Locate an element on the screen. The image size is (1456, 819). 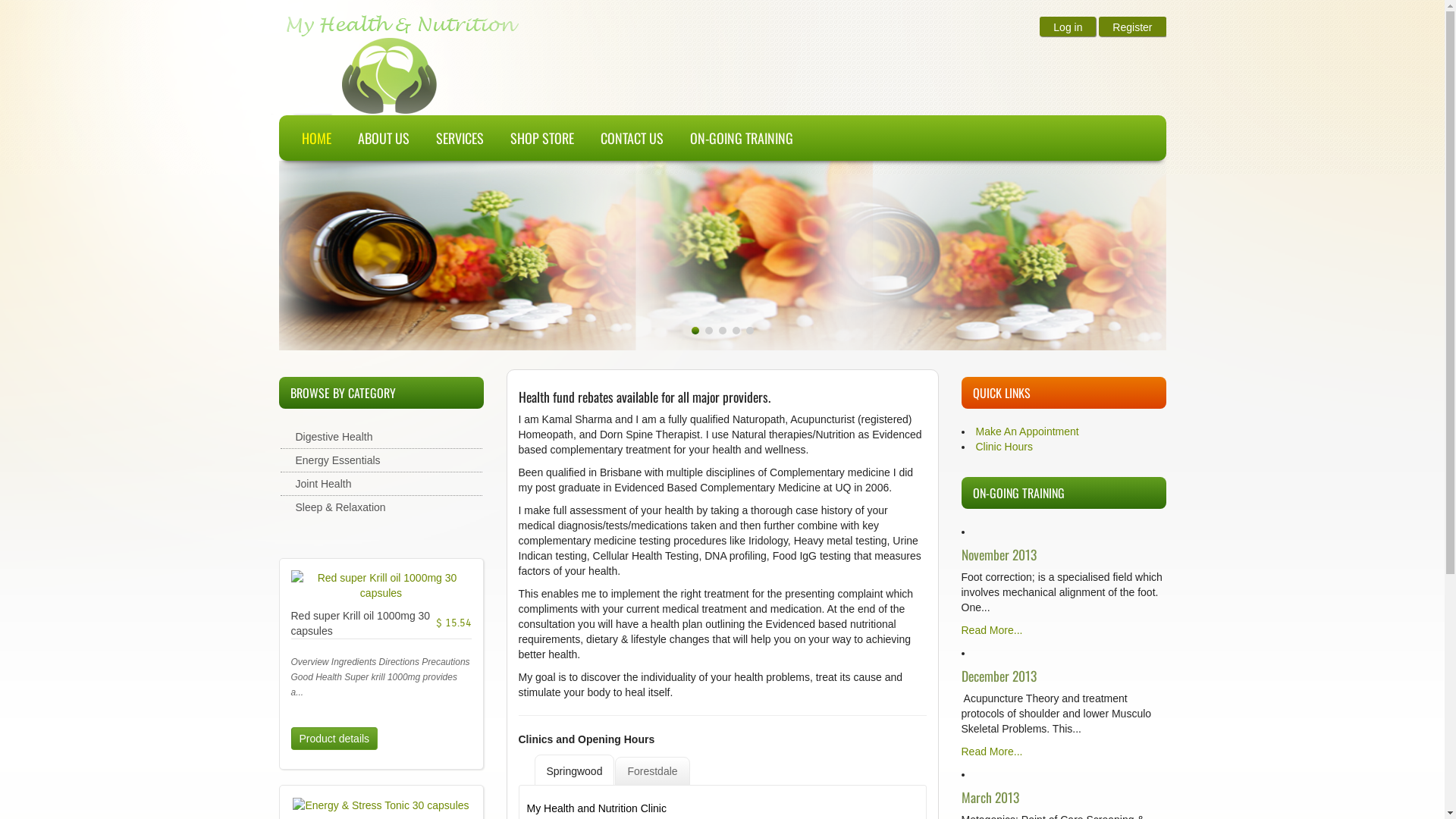
'Energy Essentials' is located at coordinates (381, 459).